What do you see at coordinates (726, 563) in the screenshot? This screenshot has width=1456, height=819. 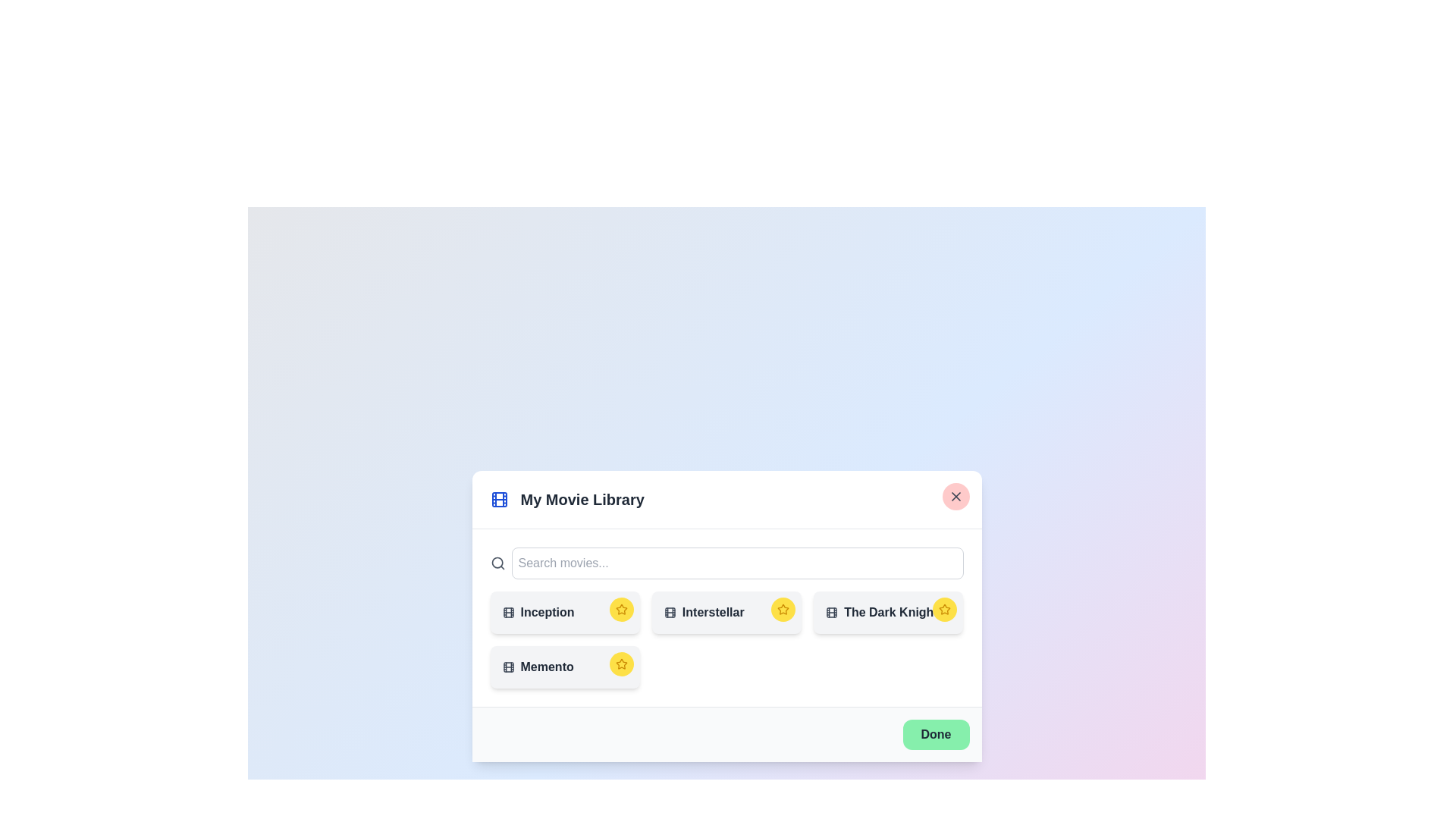 I see `the search bar located below 'My Movie Library' to provide visual feedback` at bounding box center [726, 563].